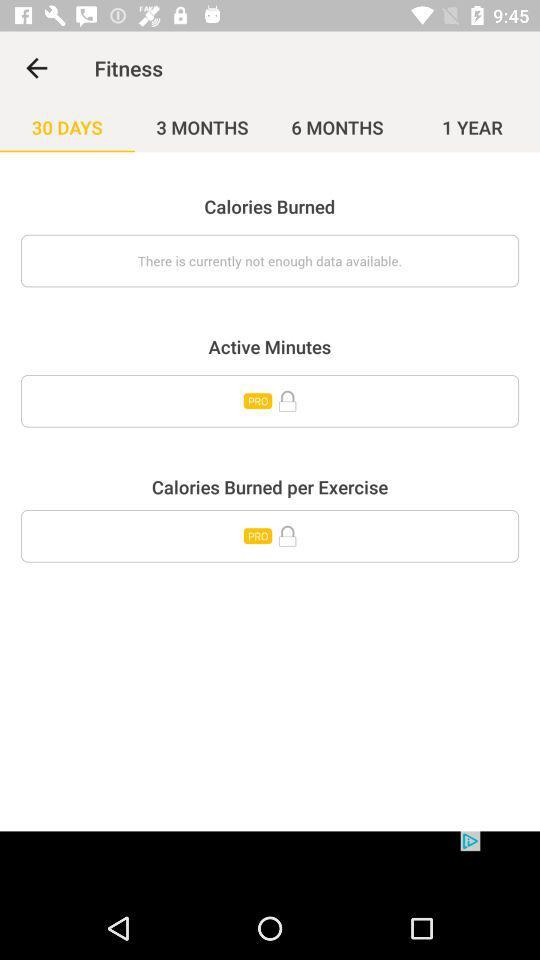 Image resolution: width=540 pixels, height=960 pixels. I want to click on the item above the 30 days, so click(36, 68).